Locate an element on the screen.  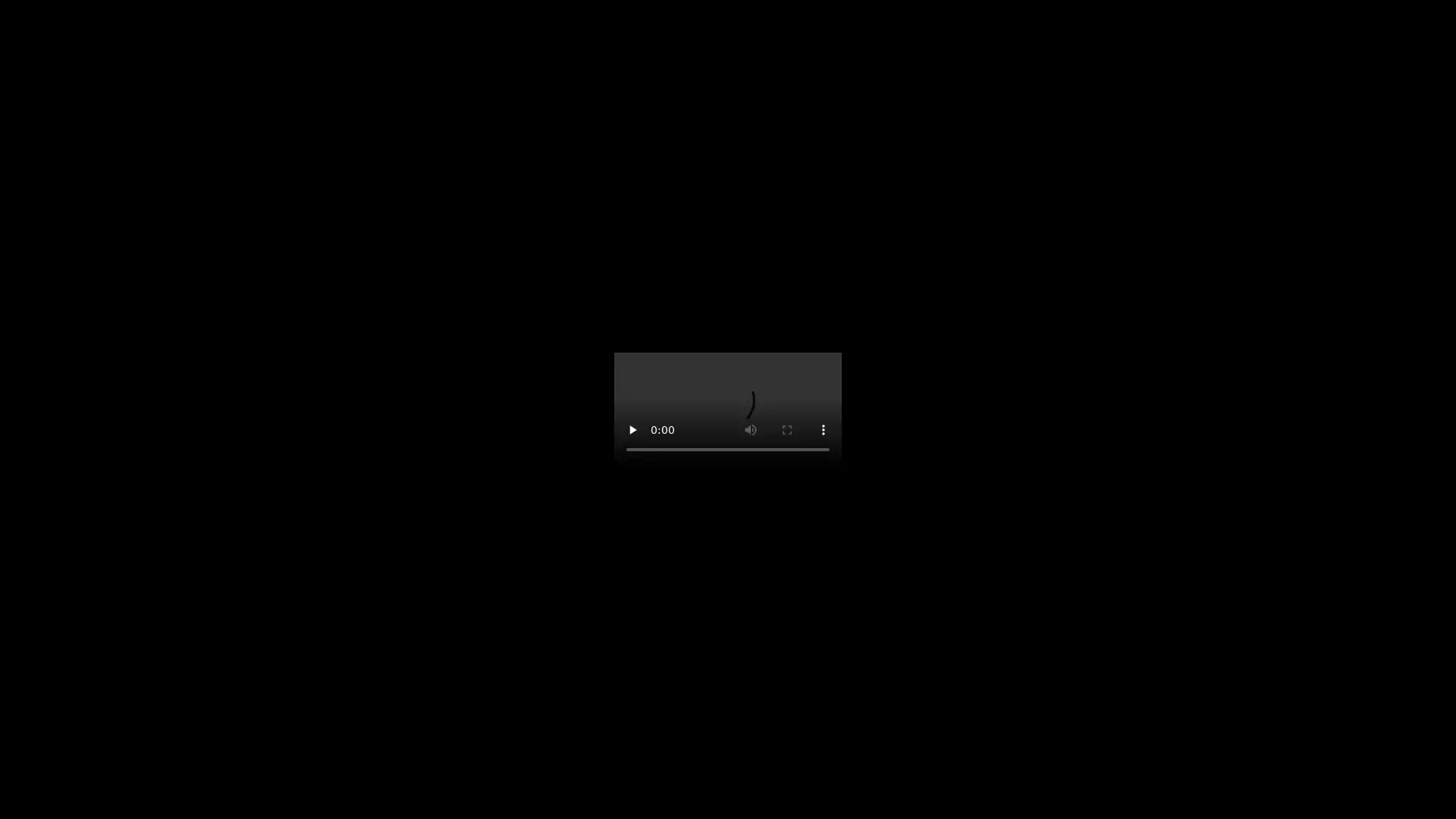
mute is located at coordinates (821, 444).